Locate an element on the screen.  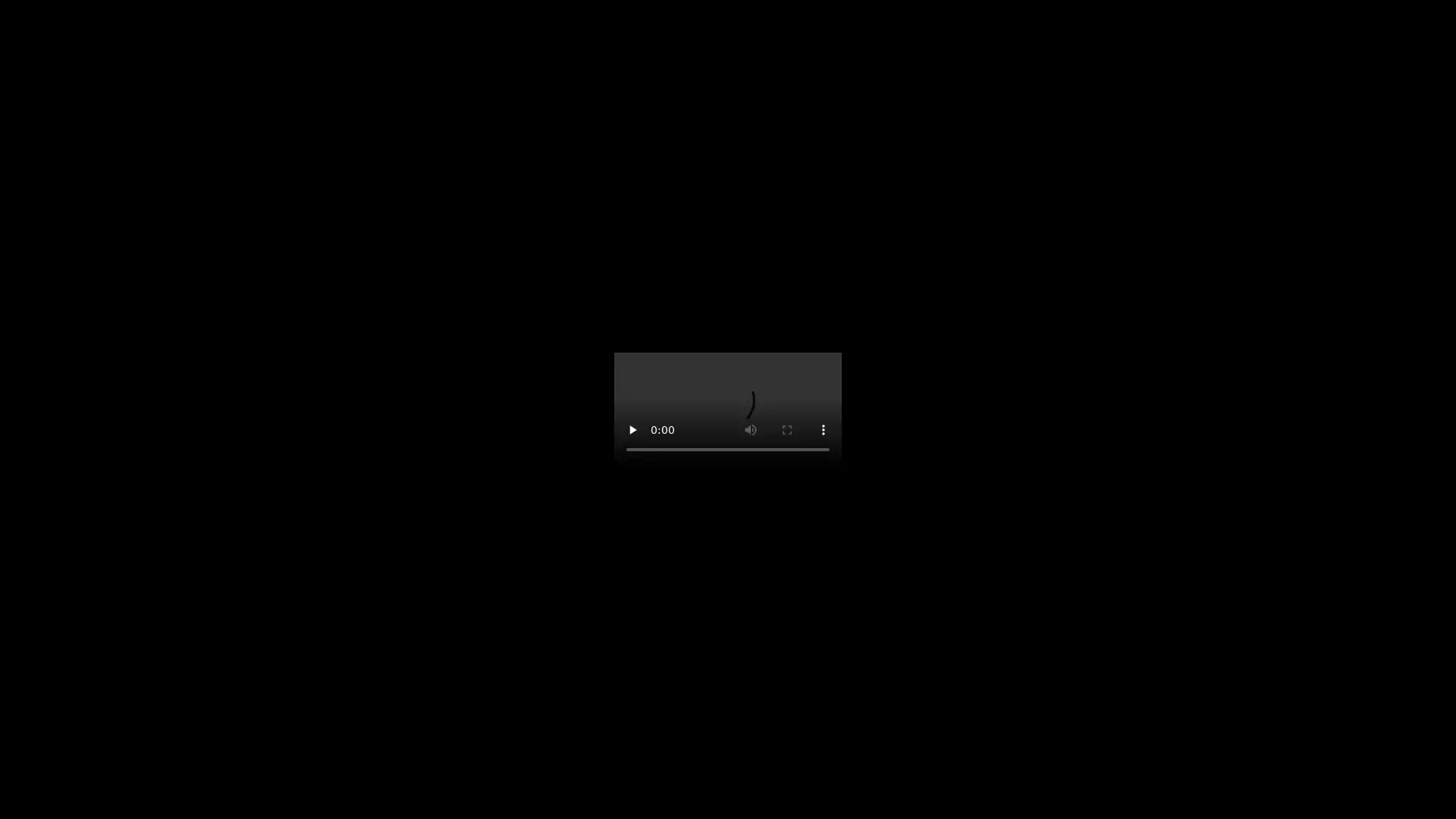
mute is located at coordinates (821, 444).